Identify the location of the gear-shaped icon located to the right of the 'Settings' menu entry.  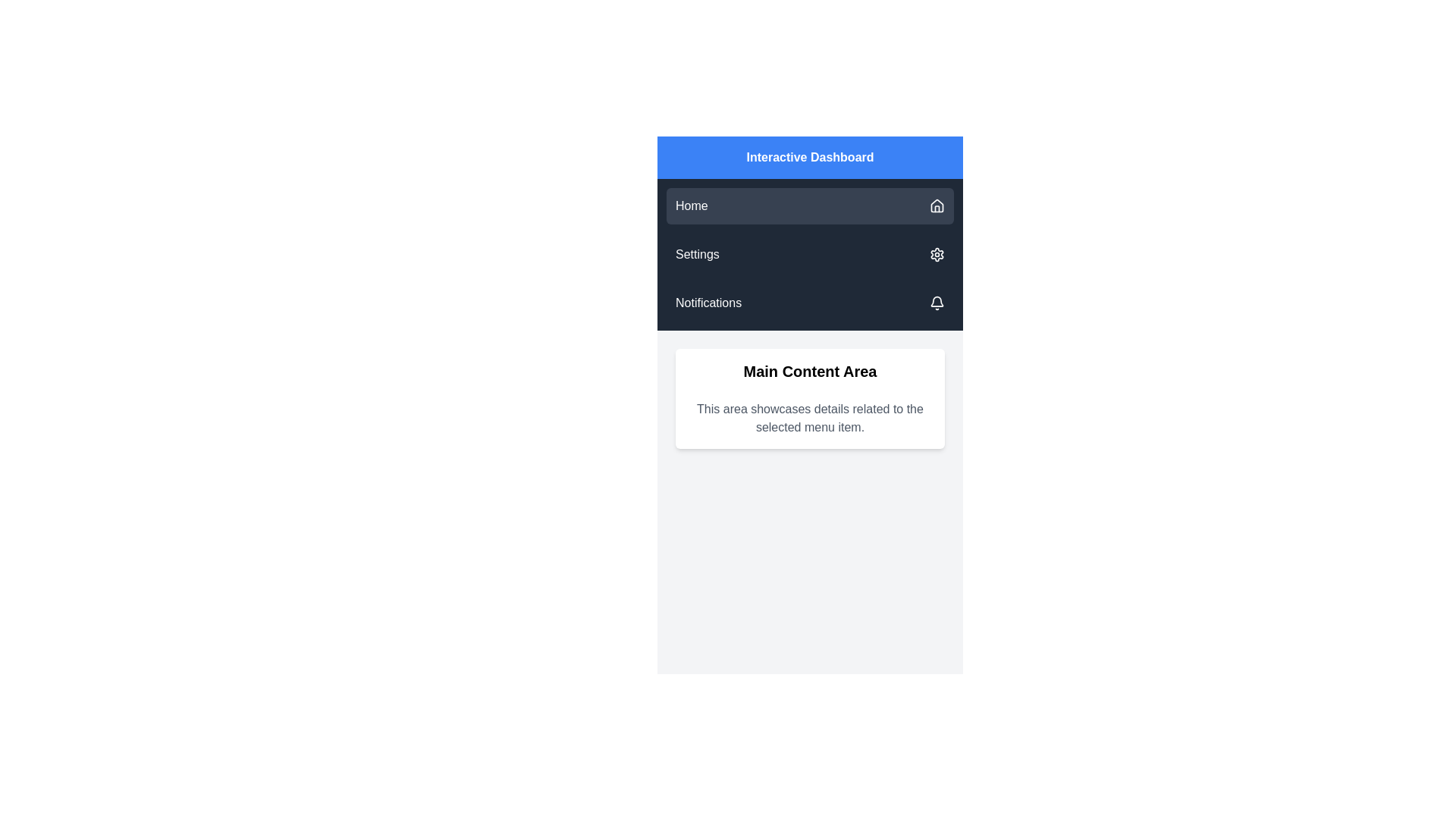
(937, 253).